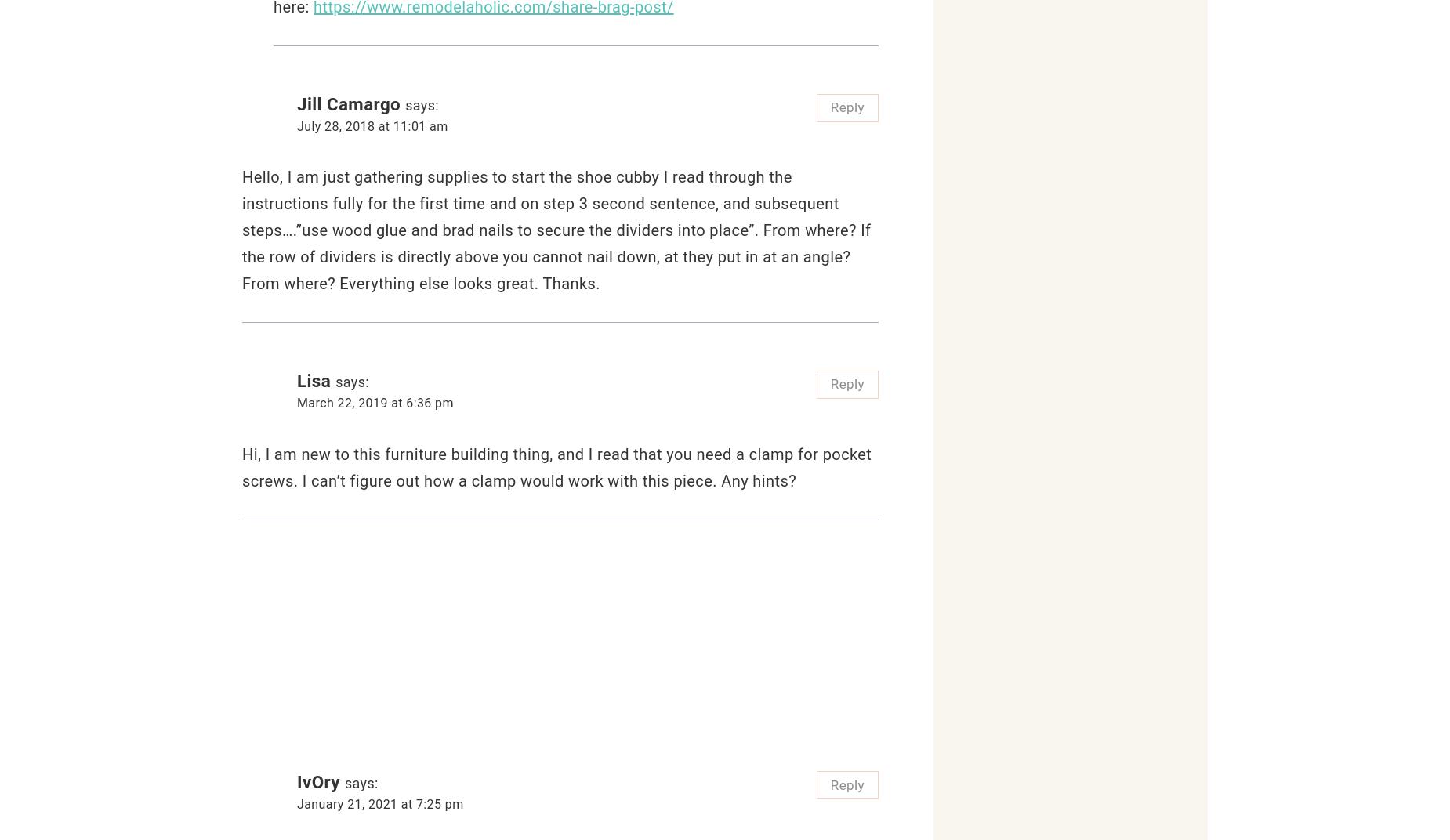  Describe the element at coordinates (380, 803) in the screenshot. I see `'January 21, 2021 at 7:25 pm'` at that location.